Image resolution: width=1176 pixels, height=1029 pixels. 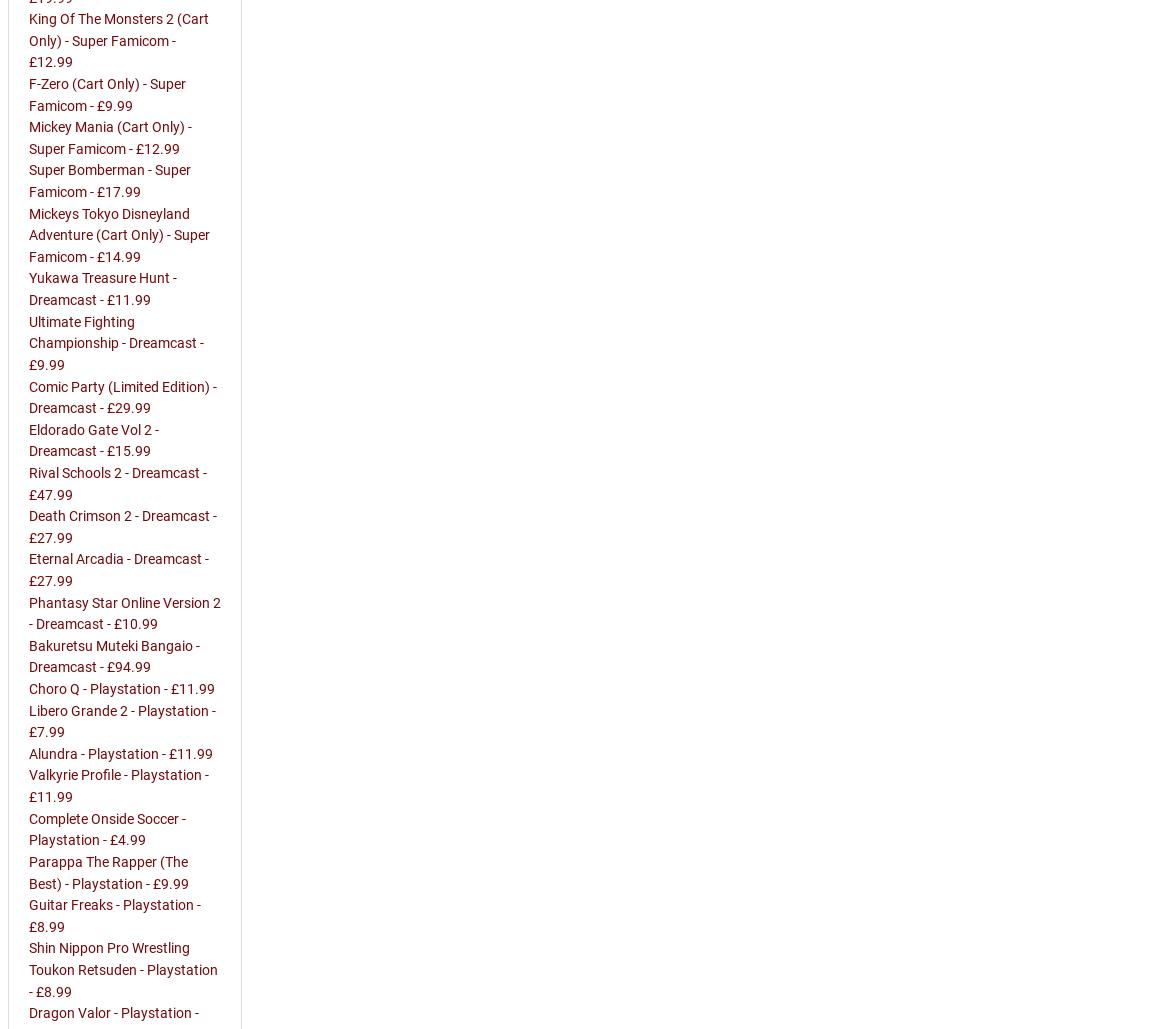 I want to click on 'Rival Schools 2 - Dreamcast - £47.99', so click(x=117, y=483).